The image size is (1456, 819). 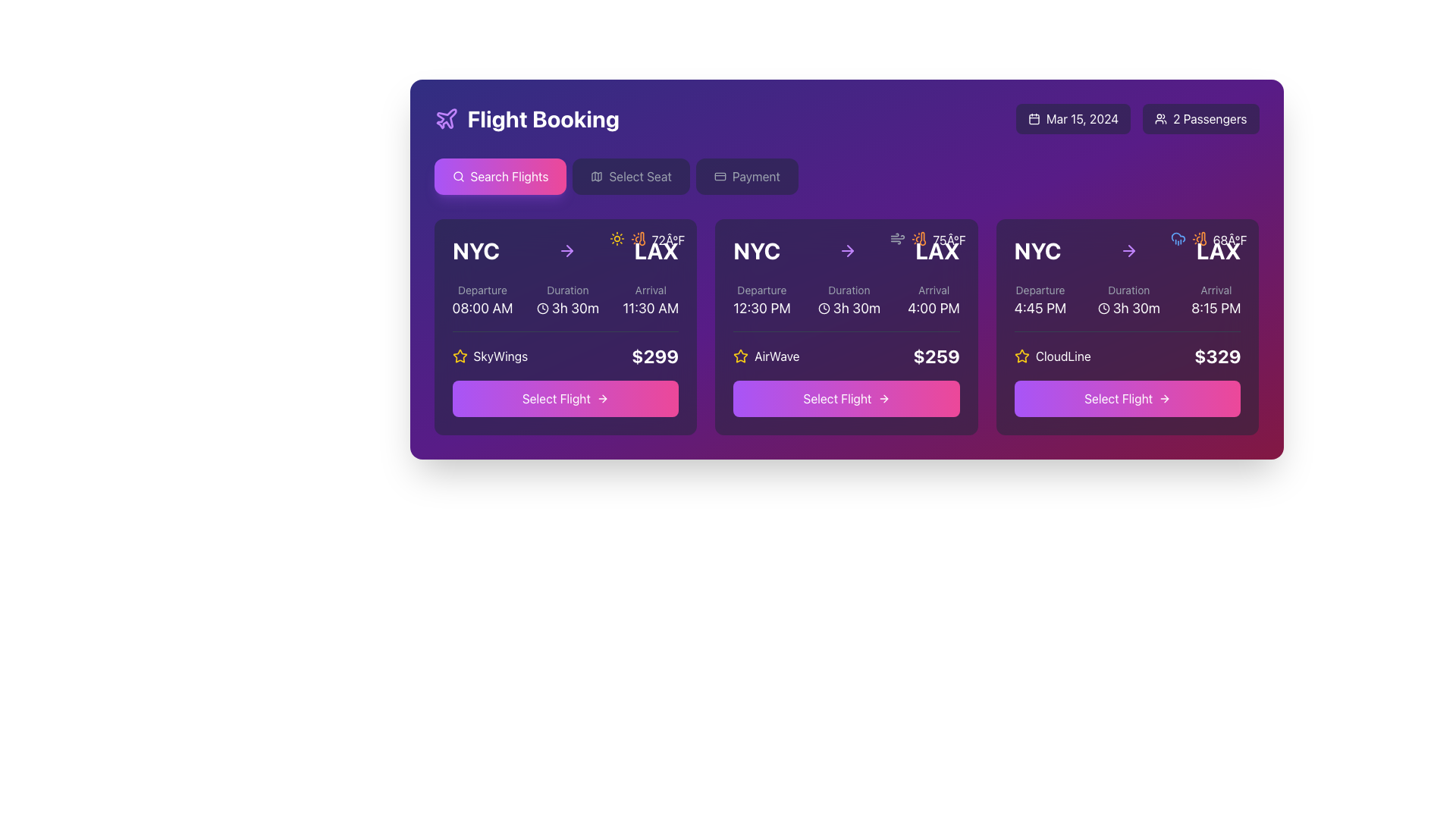 What do you see at coordinates (569, 250) in the screenshot?
I see `the right-pointing purple arrow icon located between the 'NYC' and 'LAX' labels in the second flight information card` at bounding box center [569, 250].